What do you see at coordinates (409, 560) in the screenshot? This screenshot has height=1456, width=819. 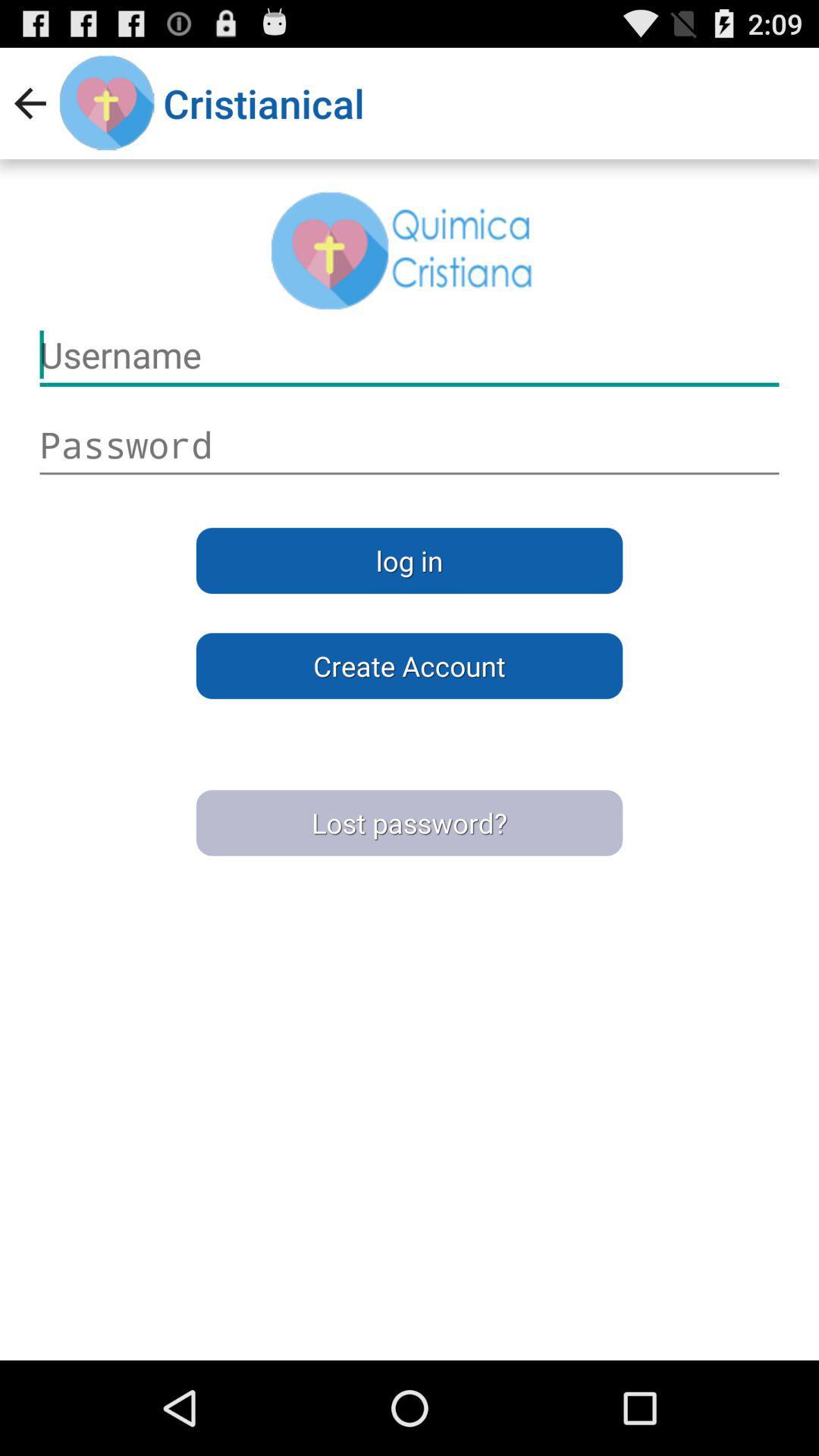 I see `the log in` at bounding box center [409, 560].